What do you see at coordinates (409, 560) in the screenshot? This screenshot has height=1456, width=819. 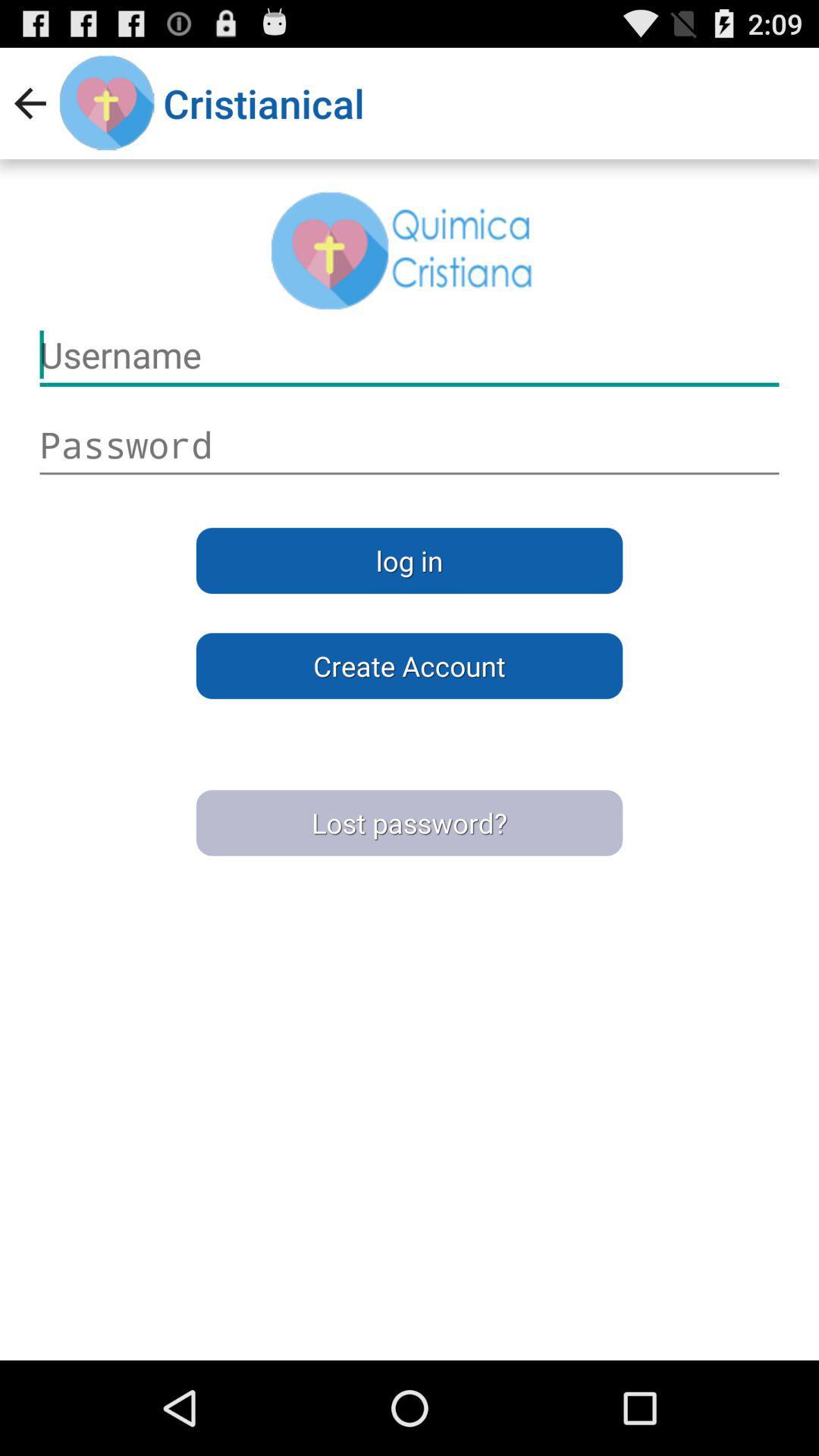 I see `the log in` at bounding box center [409, 560].